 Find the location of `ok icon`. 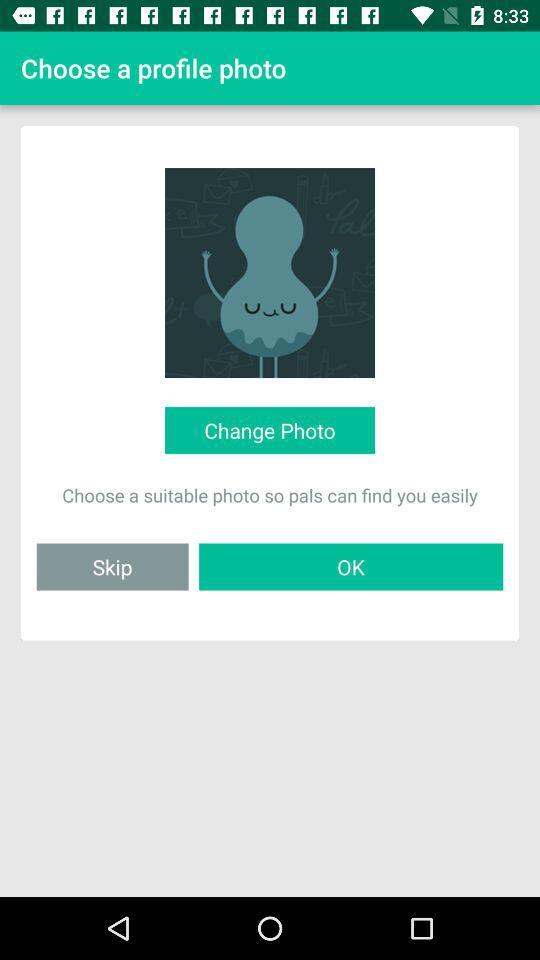

ok icon is located at coordinates (350, 566).